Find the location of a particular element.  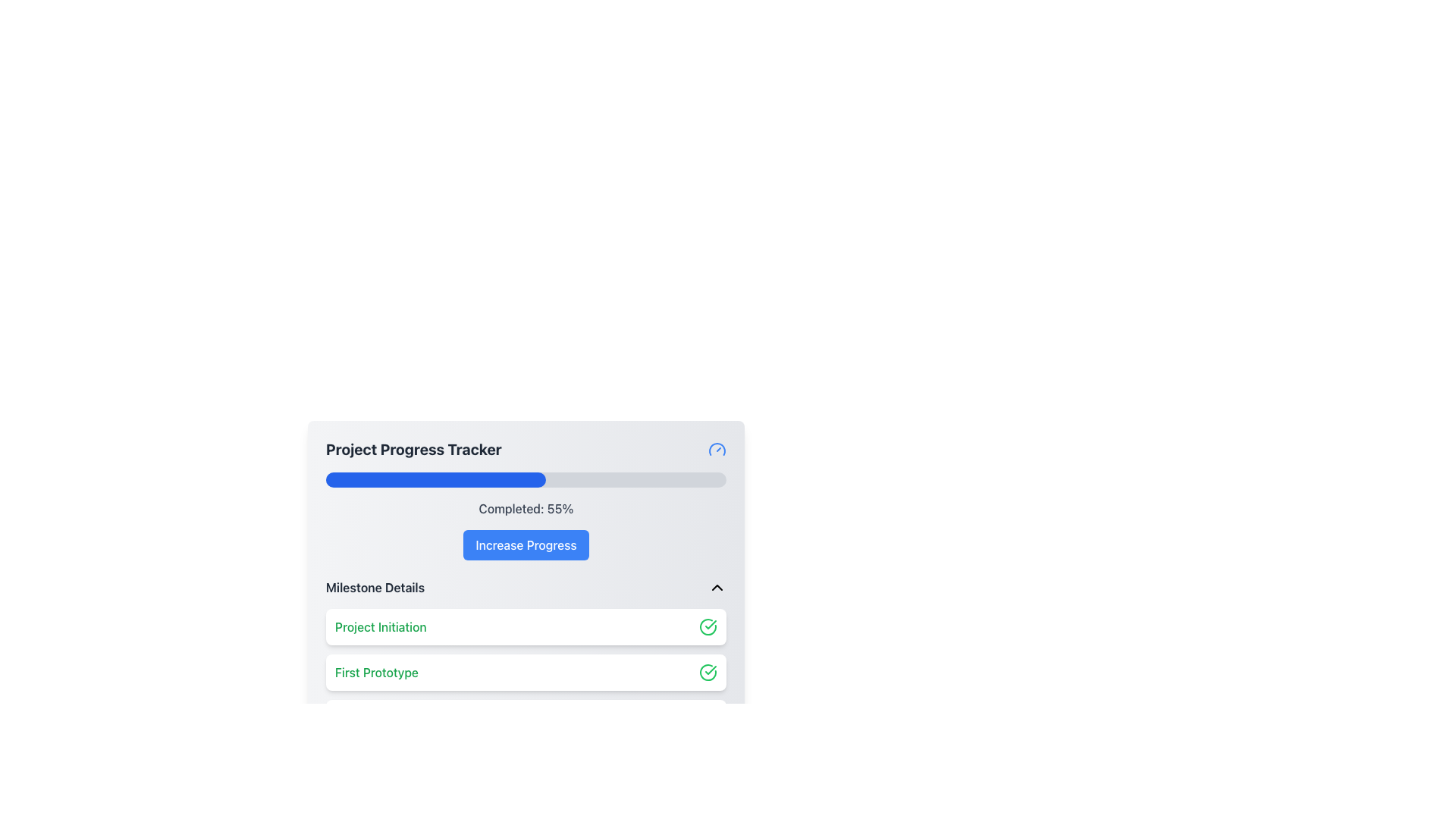

the left part of the circular checkmark icon representing the completed milestone for the 'Project Initiation' step in the 'Milestone Details' section is located at coordinates (708, 626).